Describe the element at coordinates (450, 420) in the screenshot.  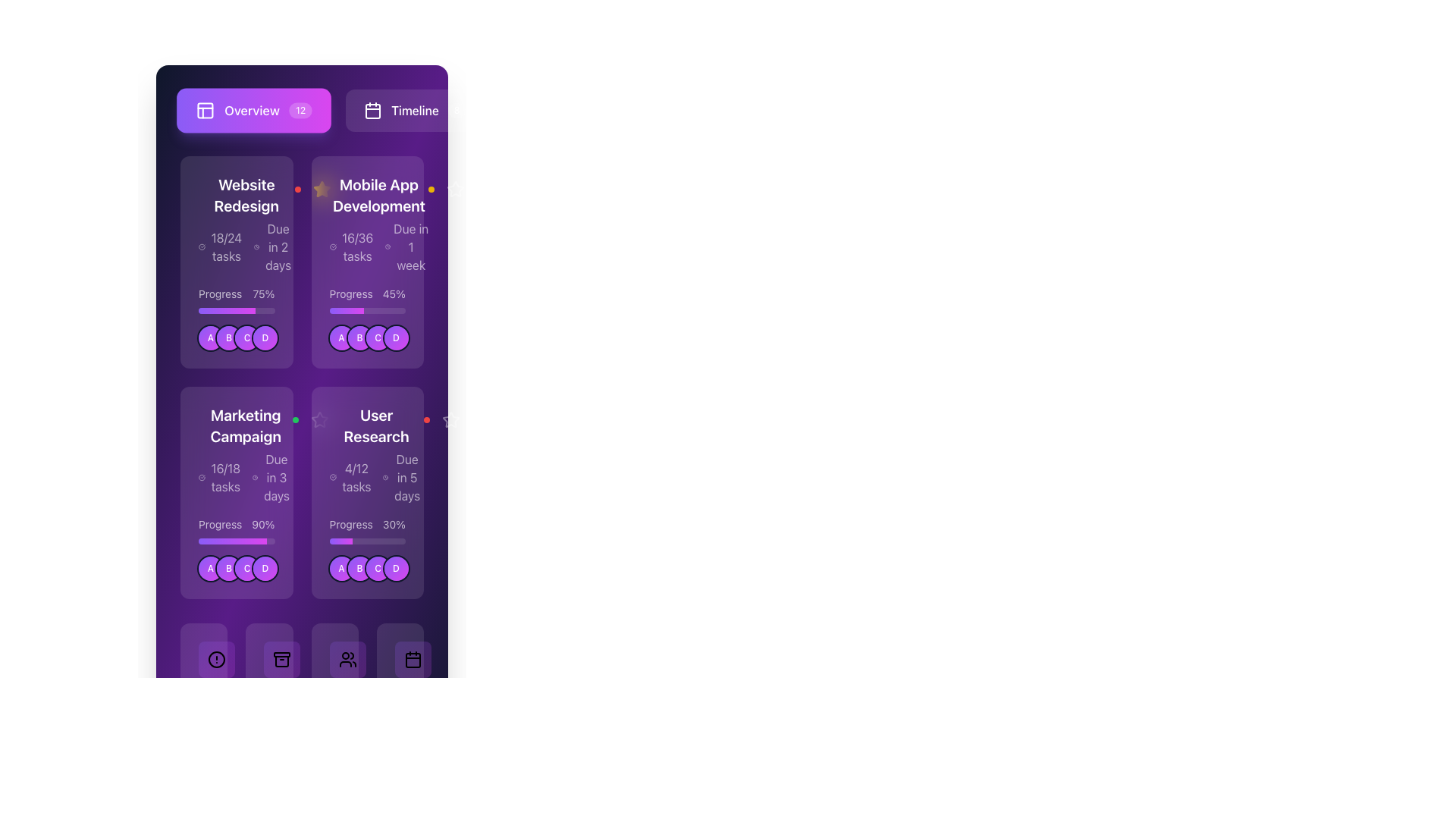
I see `the star button` at that location.